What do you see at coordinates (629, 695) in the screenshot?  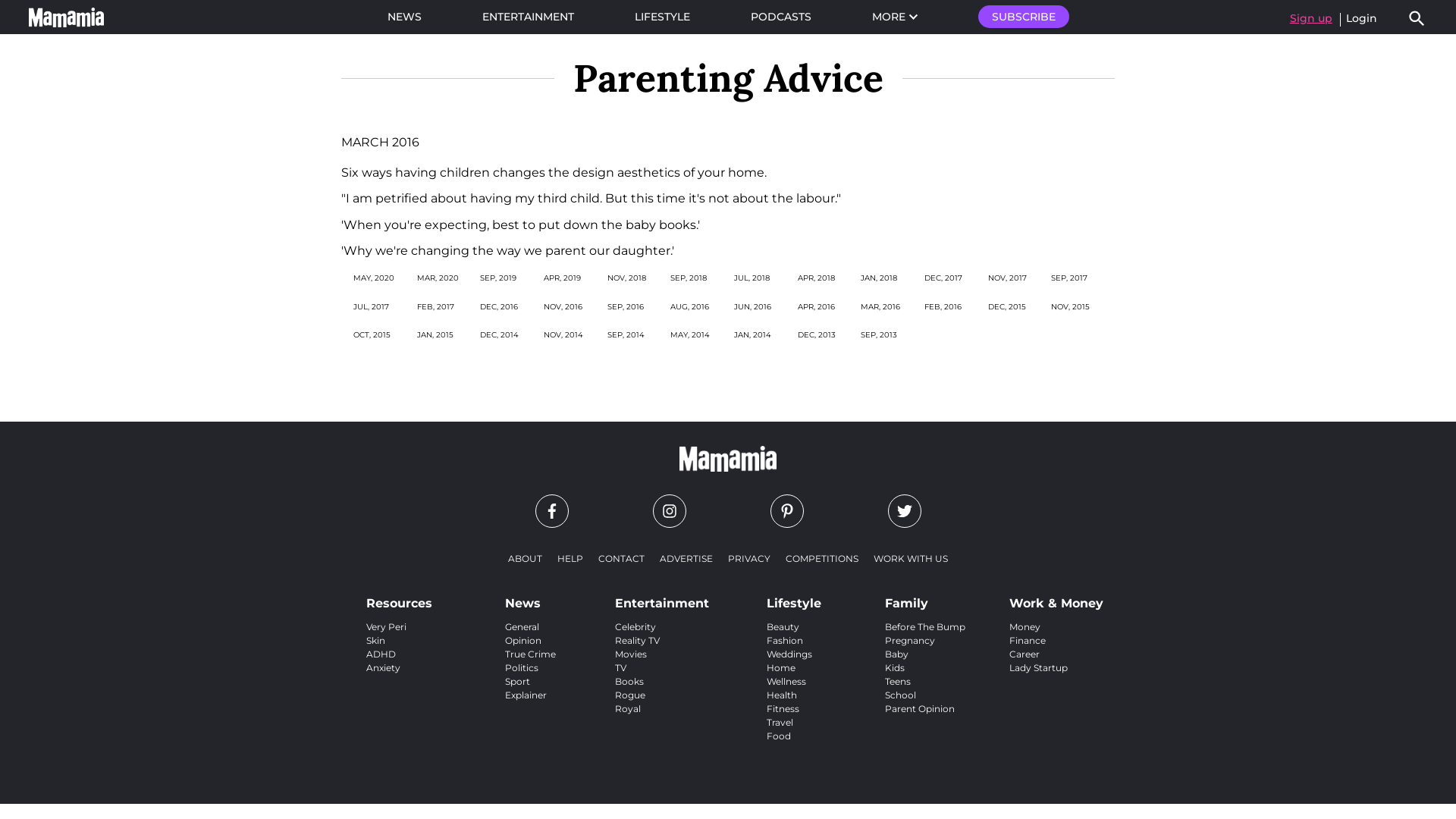 I see `'Rogue'` at bounding box center [629, 695].